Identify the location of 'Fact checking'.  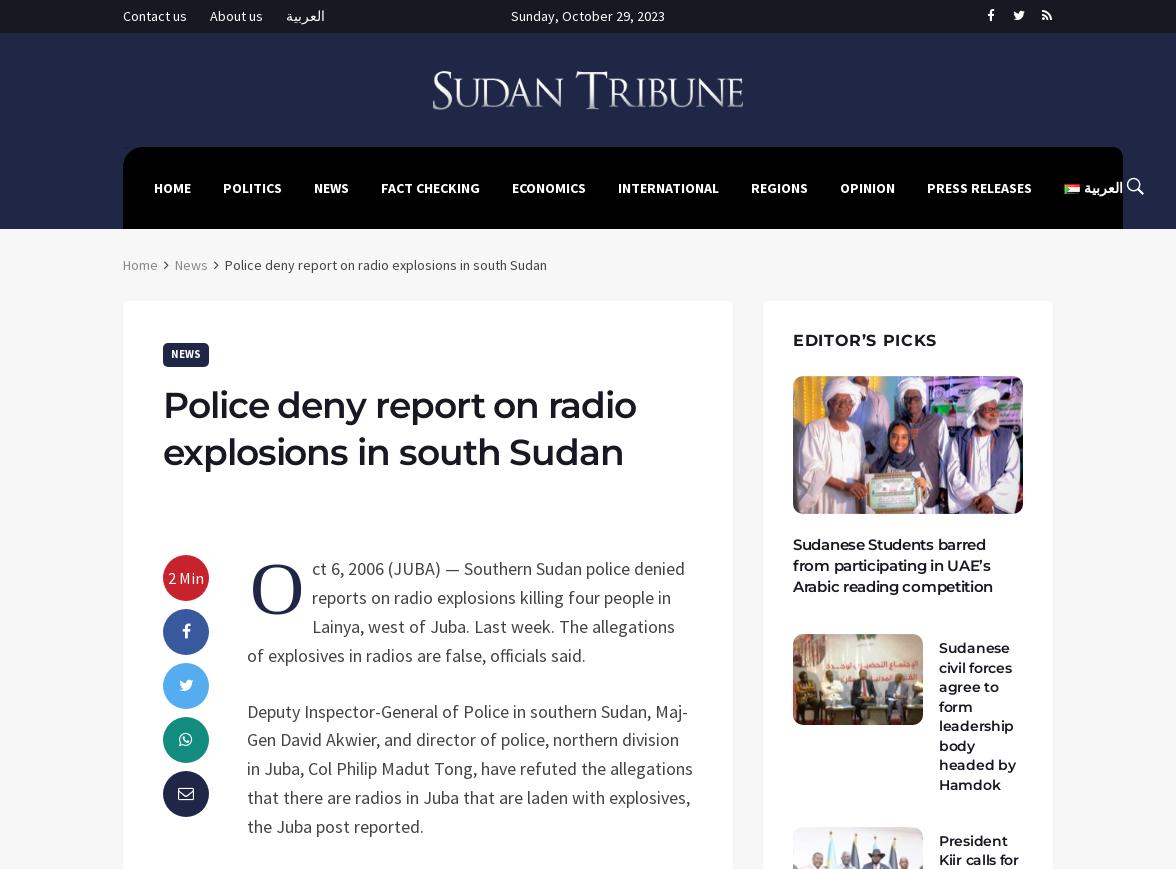
(381, 186).